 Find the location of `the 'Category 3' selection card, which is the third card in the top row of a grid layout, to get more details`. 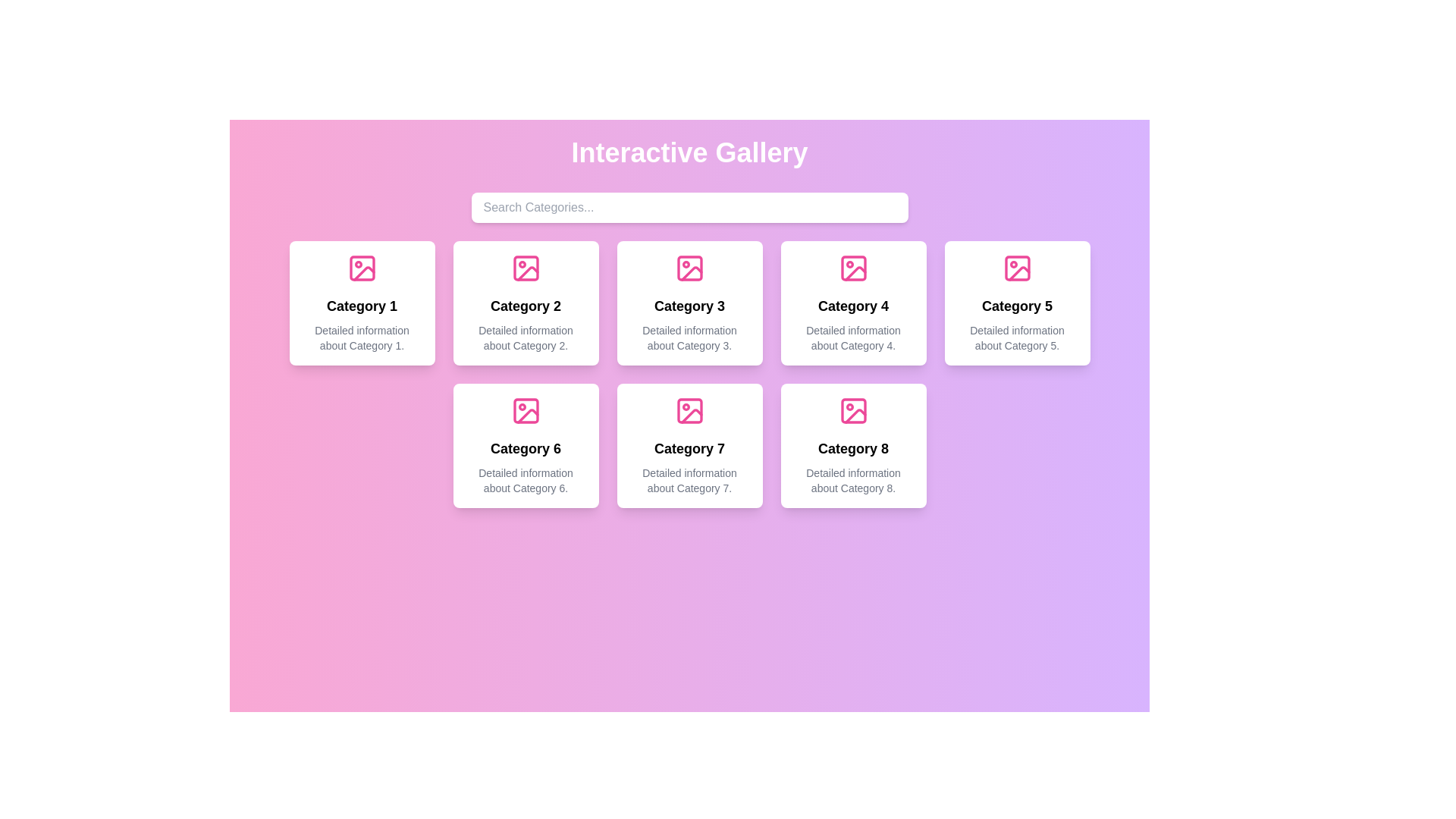

the 'Category 3' selection card, which is the third card in the top row of a grid layout, to get more details is located at coordinates (689, 303).